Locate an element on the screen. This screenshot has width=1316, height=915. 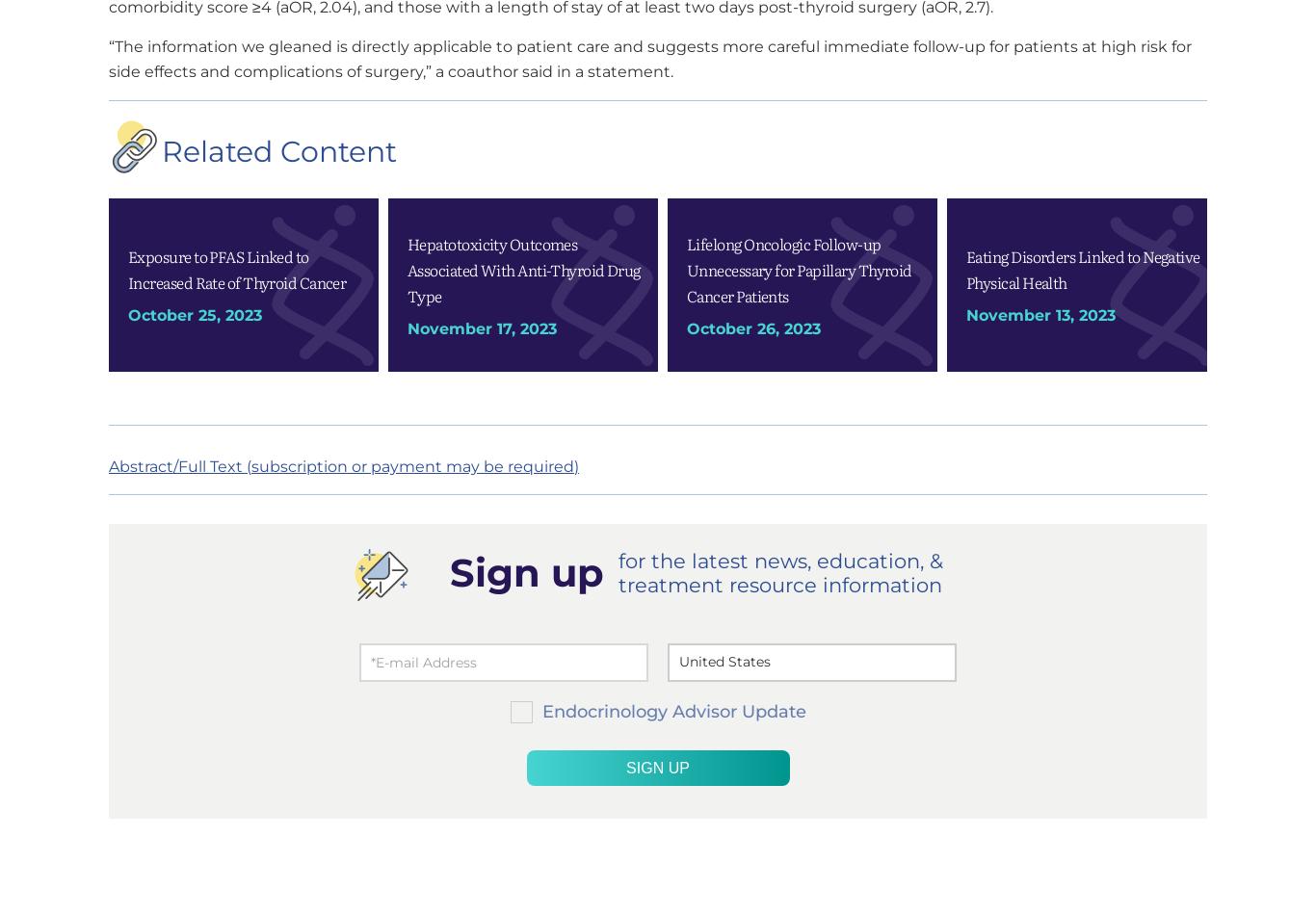
'Hepatotoxicity Outcomes Associated With Anti-Thyroid Drug Type' is located at coordinates (523, 268).